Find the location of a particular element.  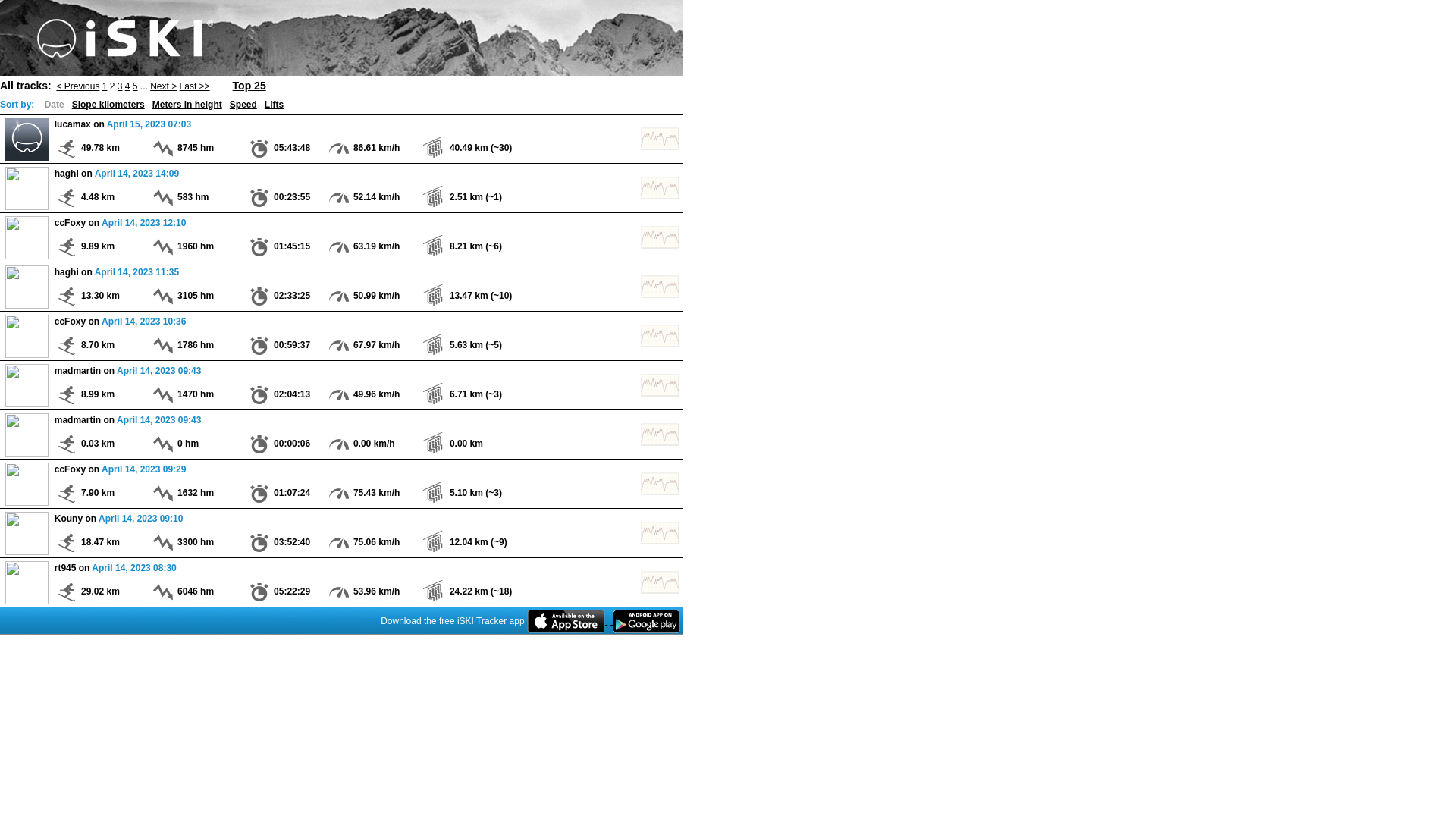

'Next >' is located at coordinates (149, 85).